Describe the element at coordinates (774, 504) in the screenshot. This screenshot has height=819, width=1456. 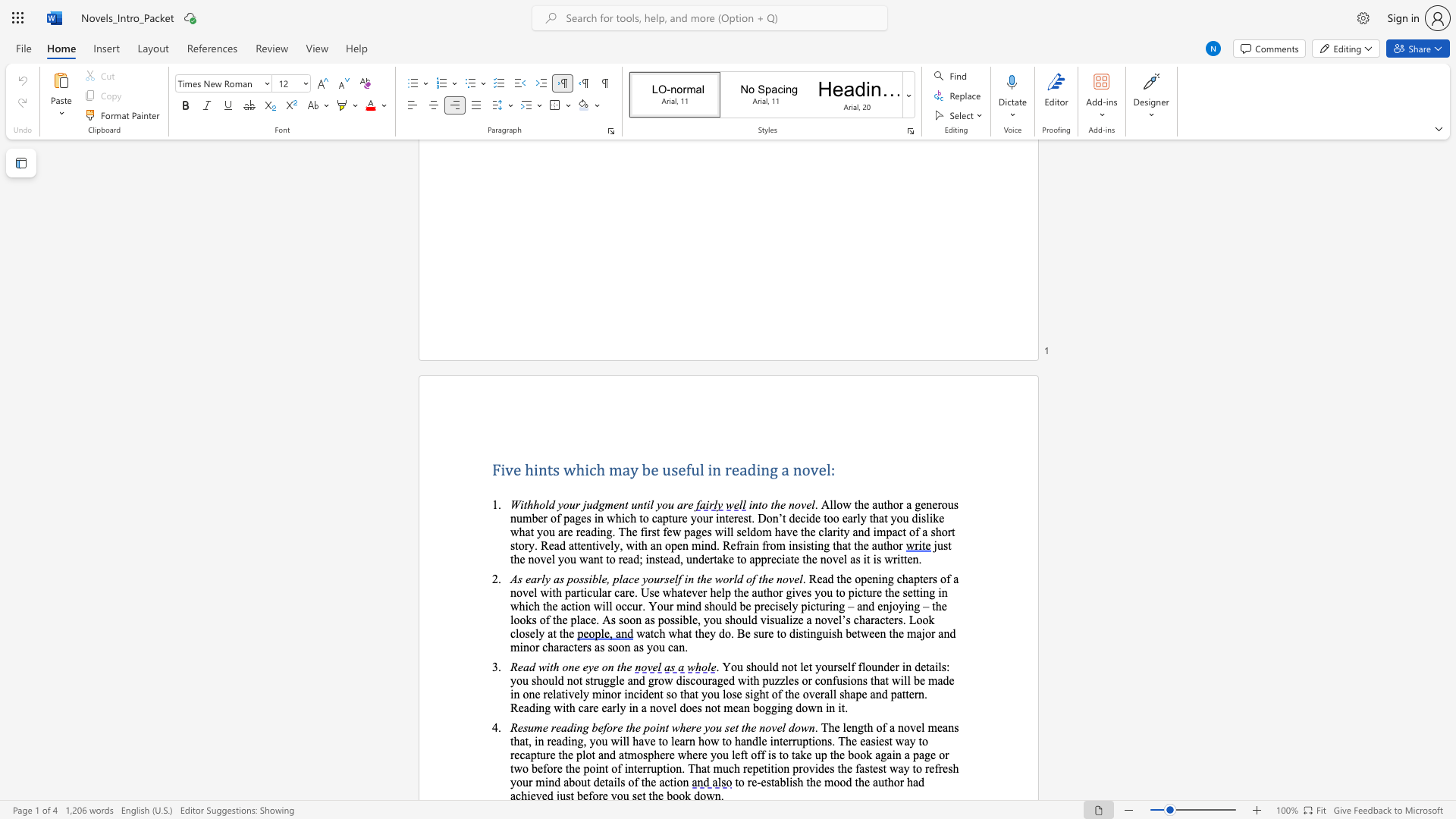
I see `the subset text "he nove" within the text "into the novel"` at that location.